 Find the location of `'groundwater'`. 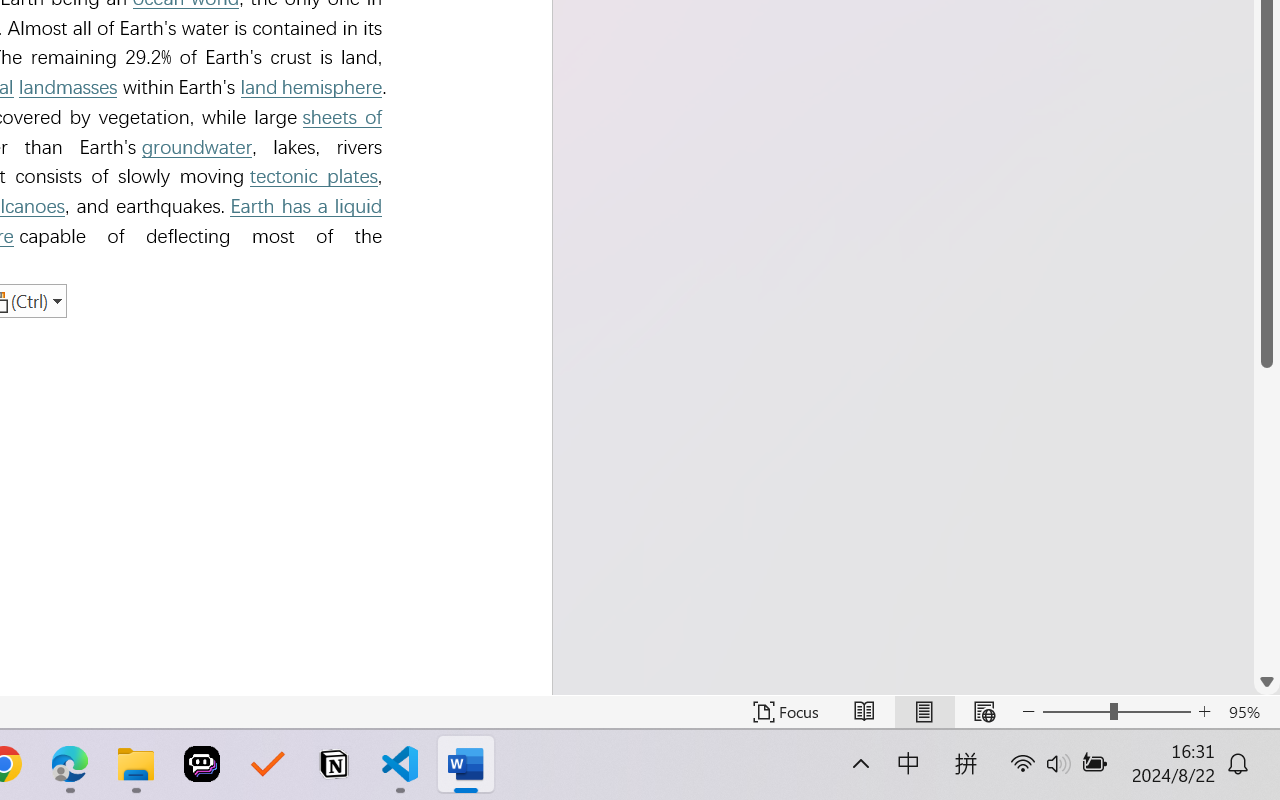

'groundwater' is located at coordinates (197, 147).